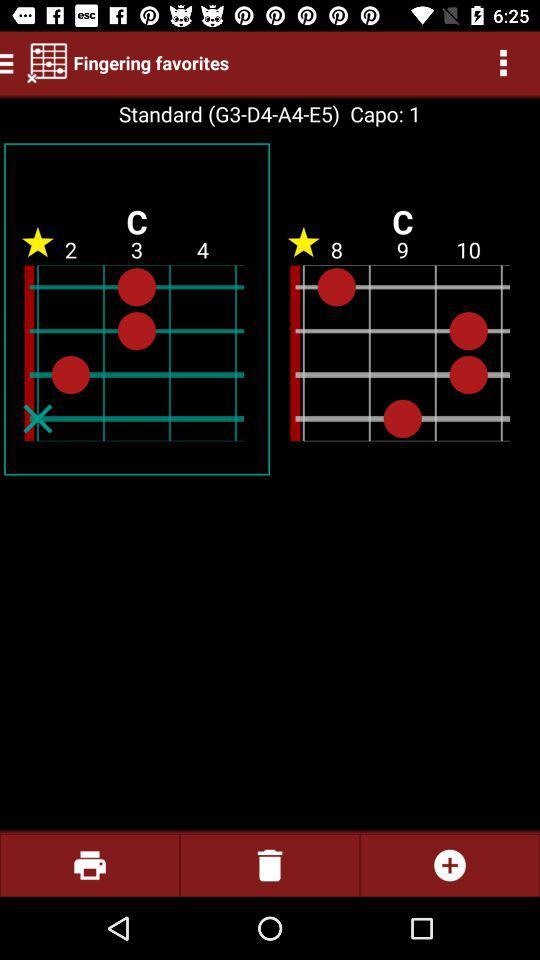 The height and width of the screenshot is (960, 540). I want to click on the standard g3 d4 item, so click(228, 114).